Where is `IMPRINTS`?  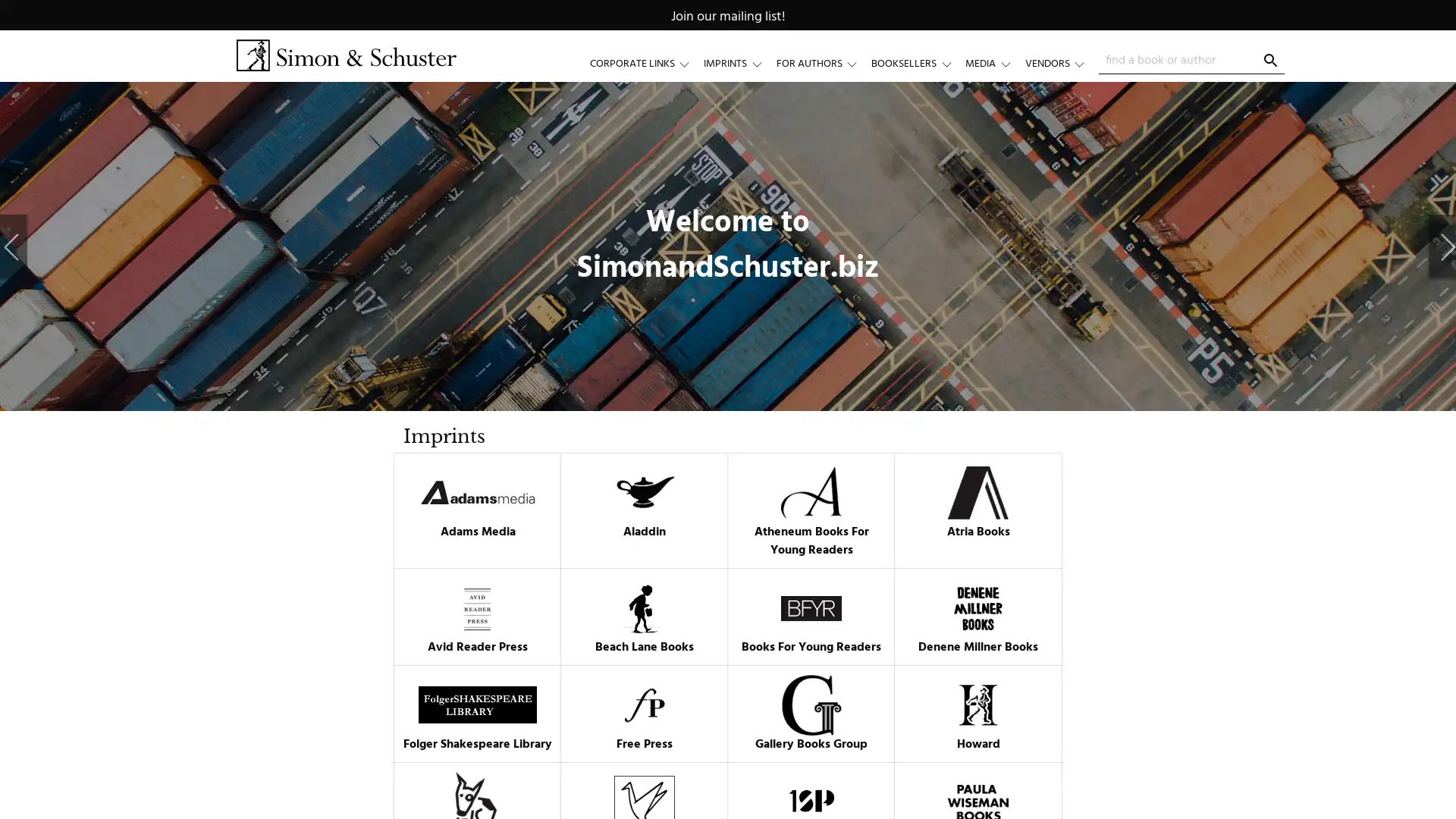 IMPRINTS is located at coordinates (739, 63).